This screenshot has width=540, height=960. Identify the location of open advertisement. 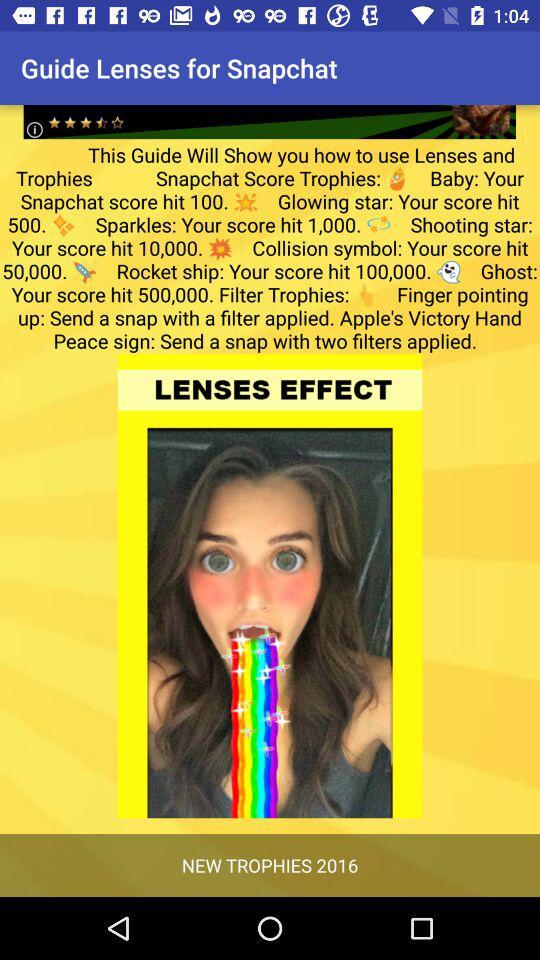
(269, 106).